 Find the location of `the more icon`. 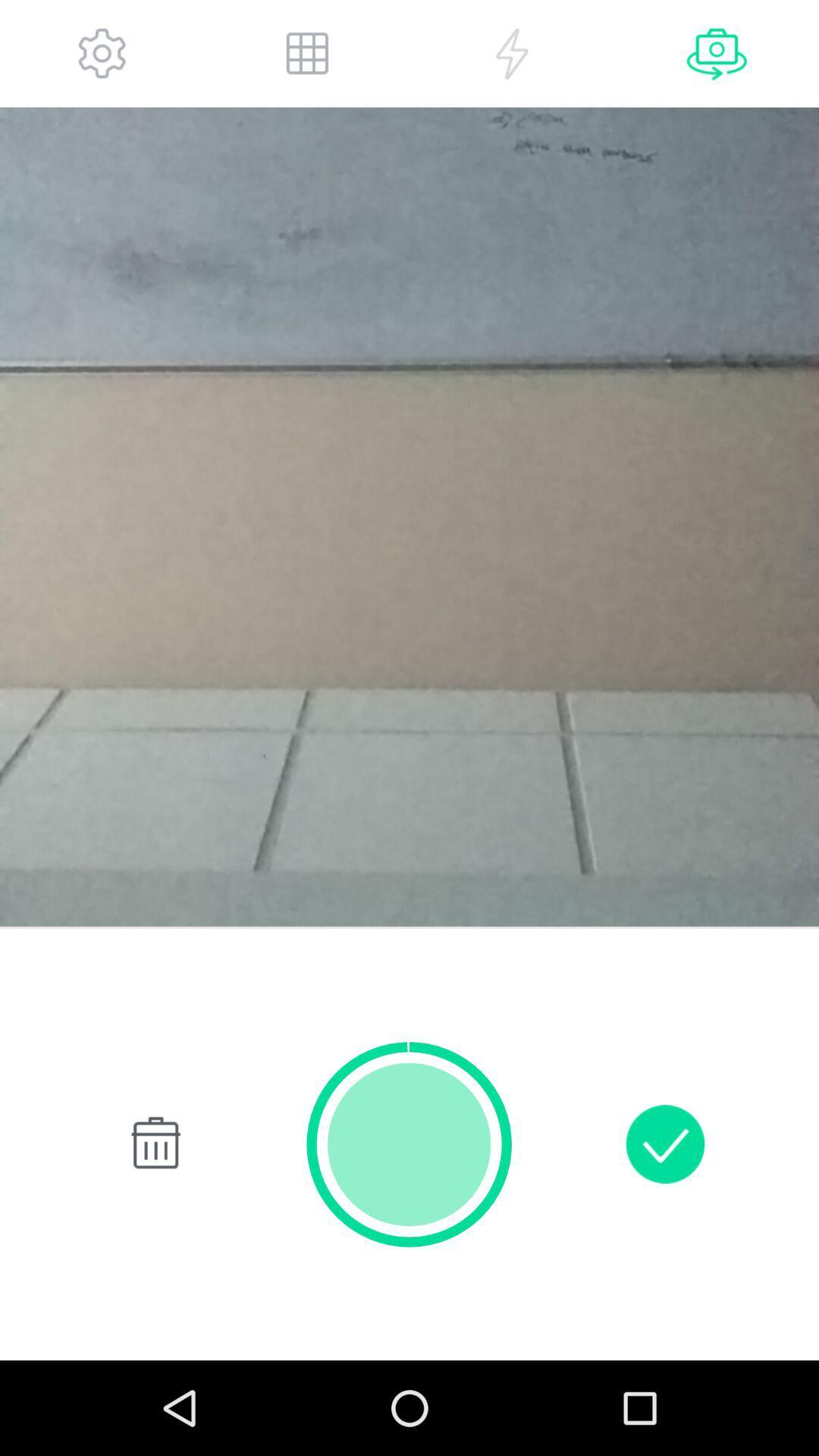

the more icon is located at coordinates (512, 57).